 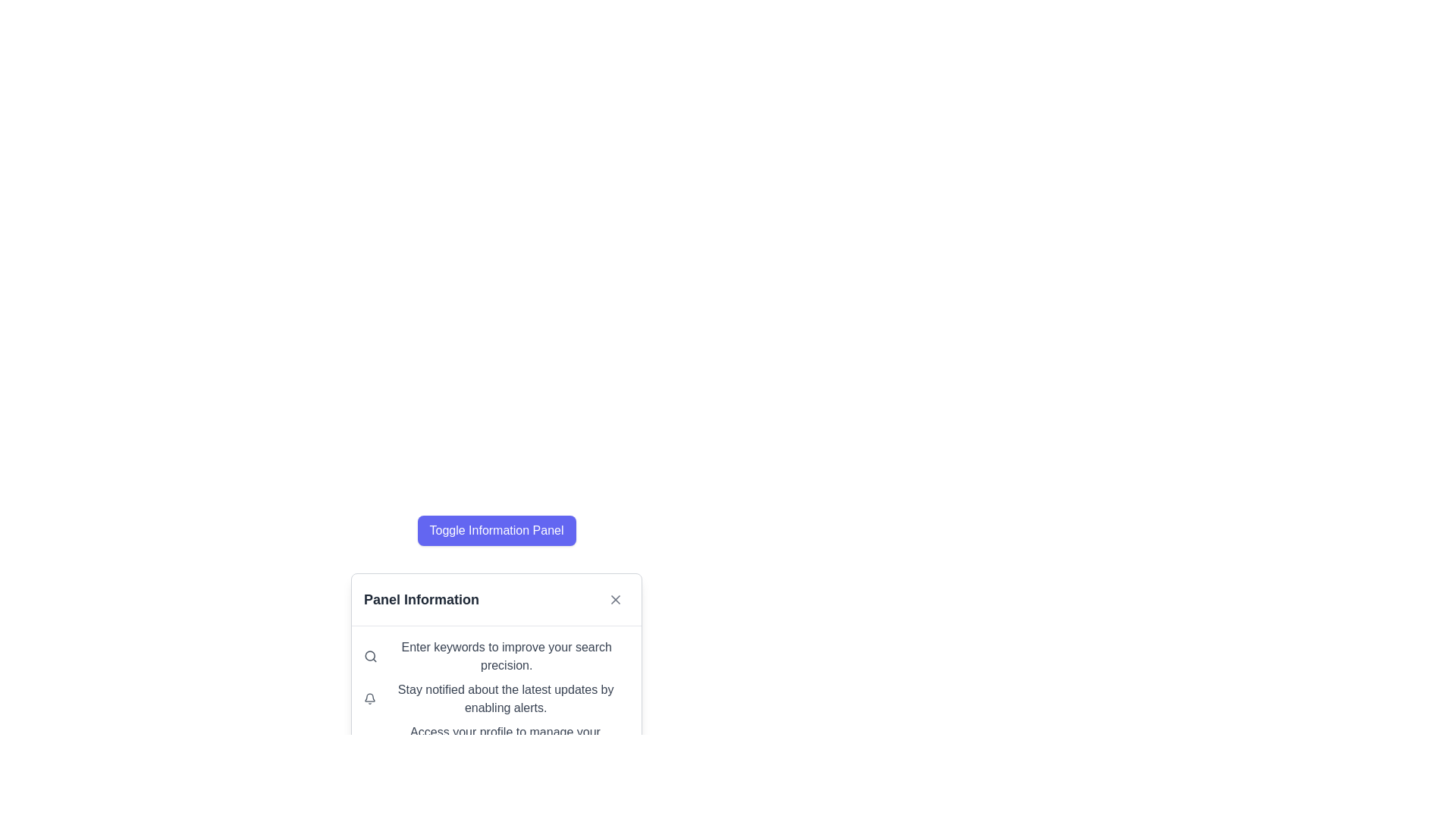 What do you see at coordinates (615, 598) in the screenshot?
I see `the small circular close button with an 'X' icon located in the top-right corner of the 'Panel Information' panel` at bounding box center [615, 598].